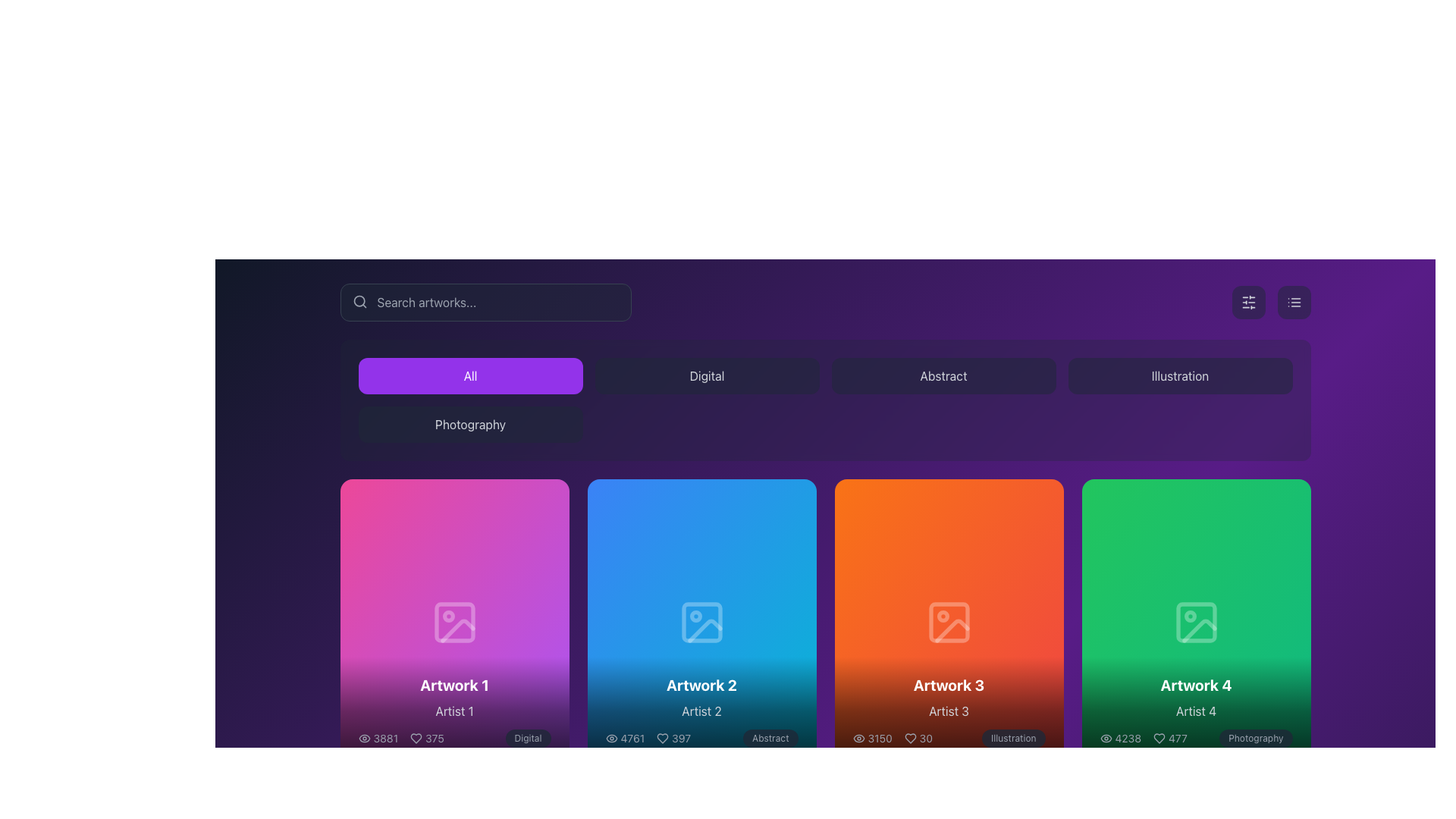 Image resolution: width=1456 pixels, height=819 pixels. I want to click on the associated artist, so click(701, 711).